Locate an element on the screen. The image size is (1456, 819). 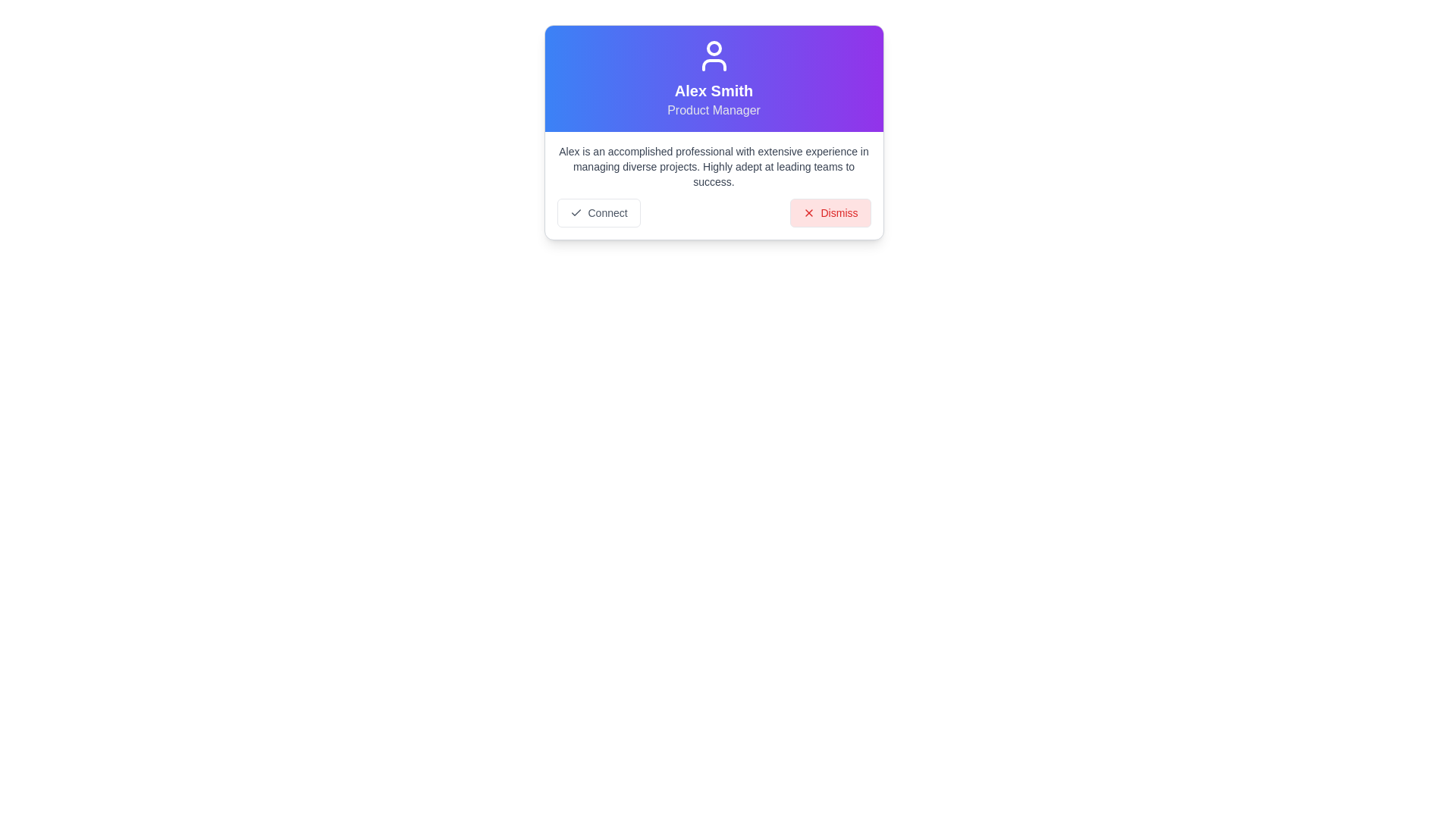
the checkmark icon located inside the 'Connect' button on the user profile card is located at coordinates (575, 213).